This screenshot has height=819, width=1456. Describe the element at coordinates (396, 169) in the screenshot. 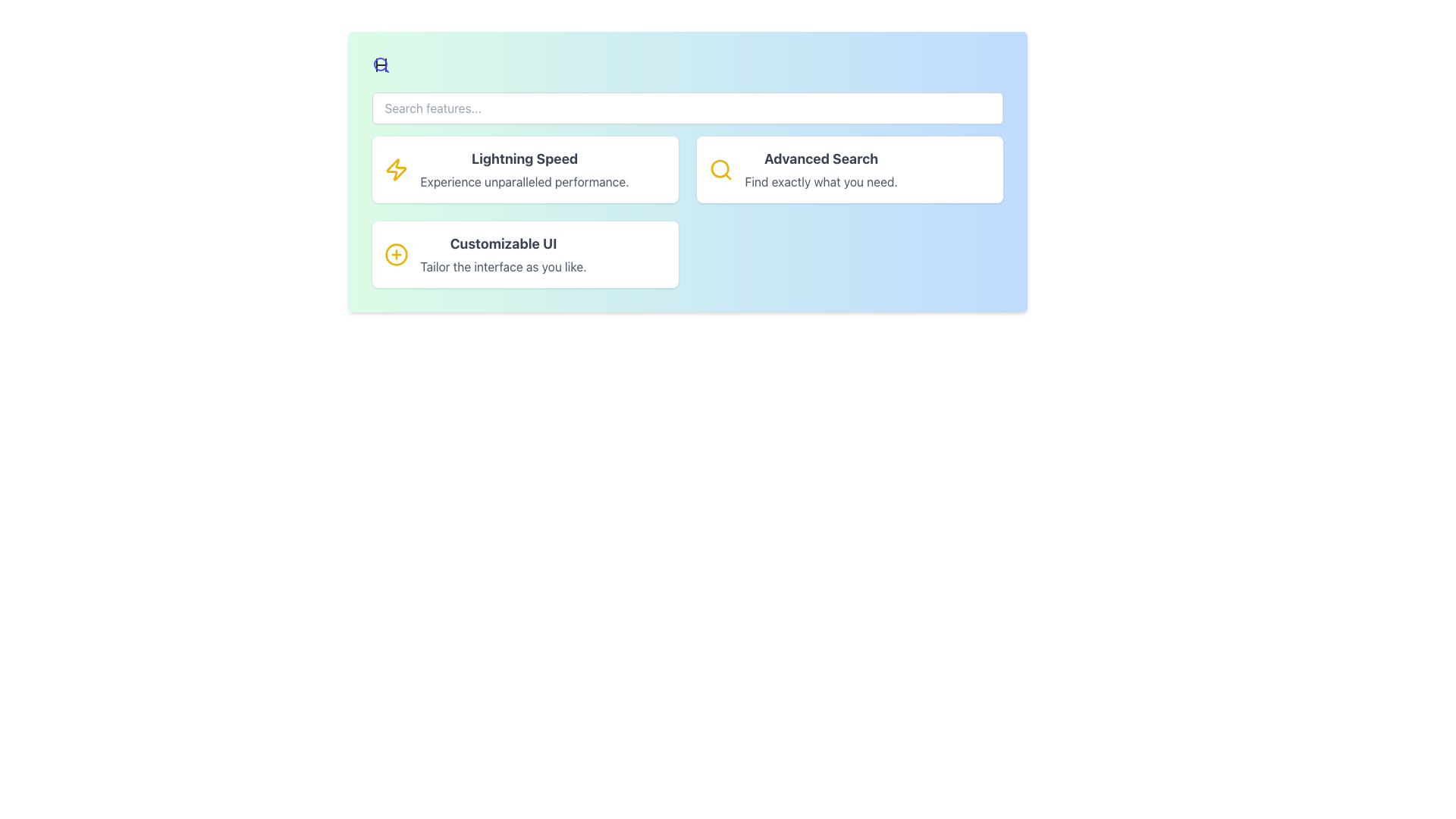

I see `the lightning bolt icon with a yellow stroke located in the 'Lightning Speed' section above the text` at that location.